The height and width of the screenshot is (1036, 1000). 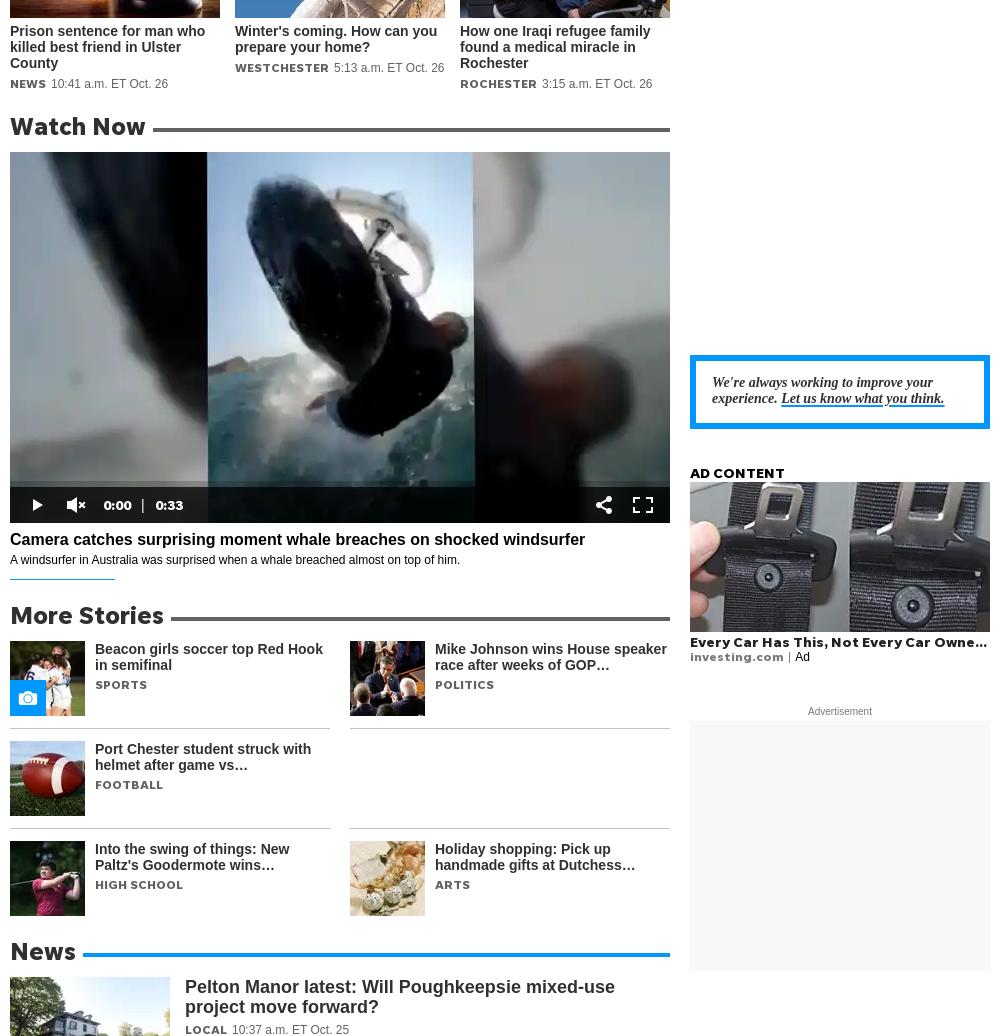 What do you see at coordinates (535, 856) in the screenshot?
I see `'Holiday shopping: Pick up handmade gifts at Dutchess…'` at bounding box center [535, 856].